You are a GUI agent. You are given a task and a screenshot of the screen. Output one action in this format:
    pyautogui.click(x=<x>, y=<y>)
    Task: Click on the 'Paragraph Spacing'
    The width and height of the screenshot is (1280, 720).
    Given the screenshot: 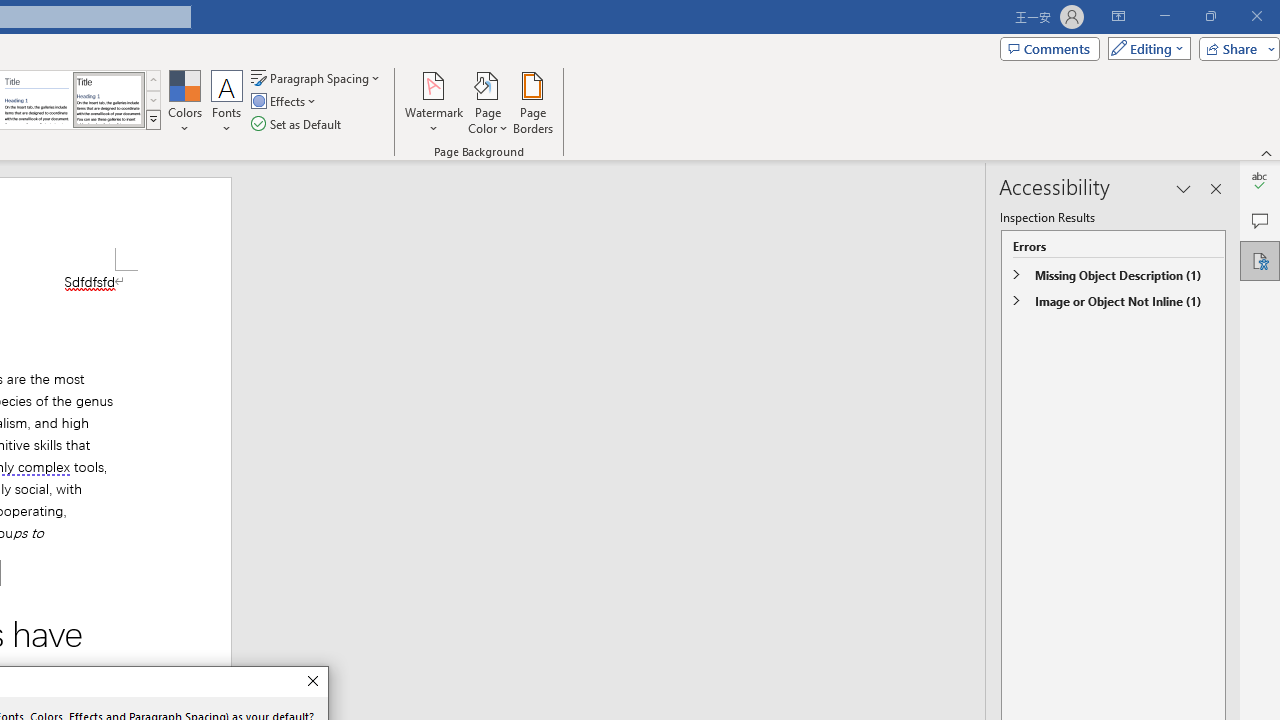 What is the action you would take?
    pyautogui.click(x=316, y=77)
    